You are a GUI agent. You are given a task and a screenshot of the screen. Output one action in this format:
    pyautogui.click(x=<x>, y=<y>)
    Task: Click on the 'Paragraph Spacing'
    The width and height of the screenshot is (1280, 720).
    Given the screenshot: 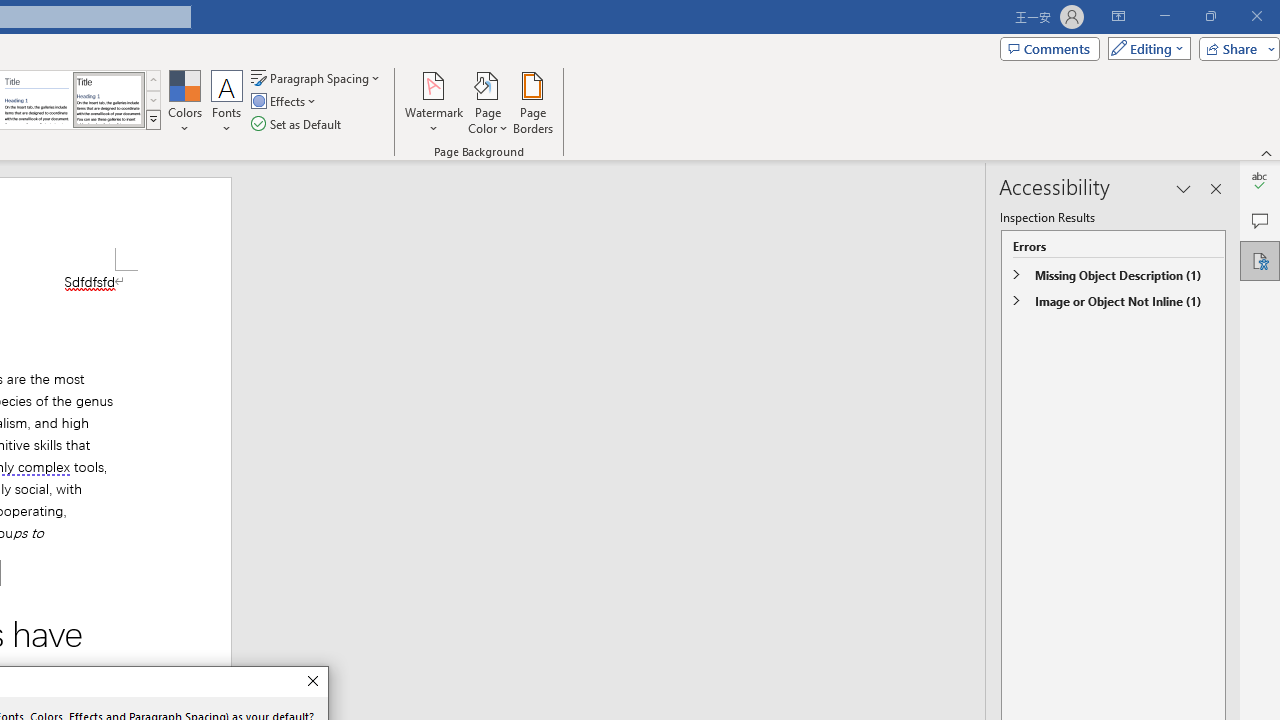 What is the action you would take?
    pyautogui.click(x=316, y=77)
    